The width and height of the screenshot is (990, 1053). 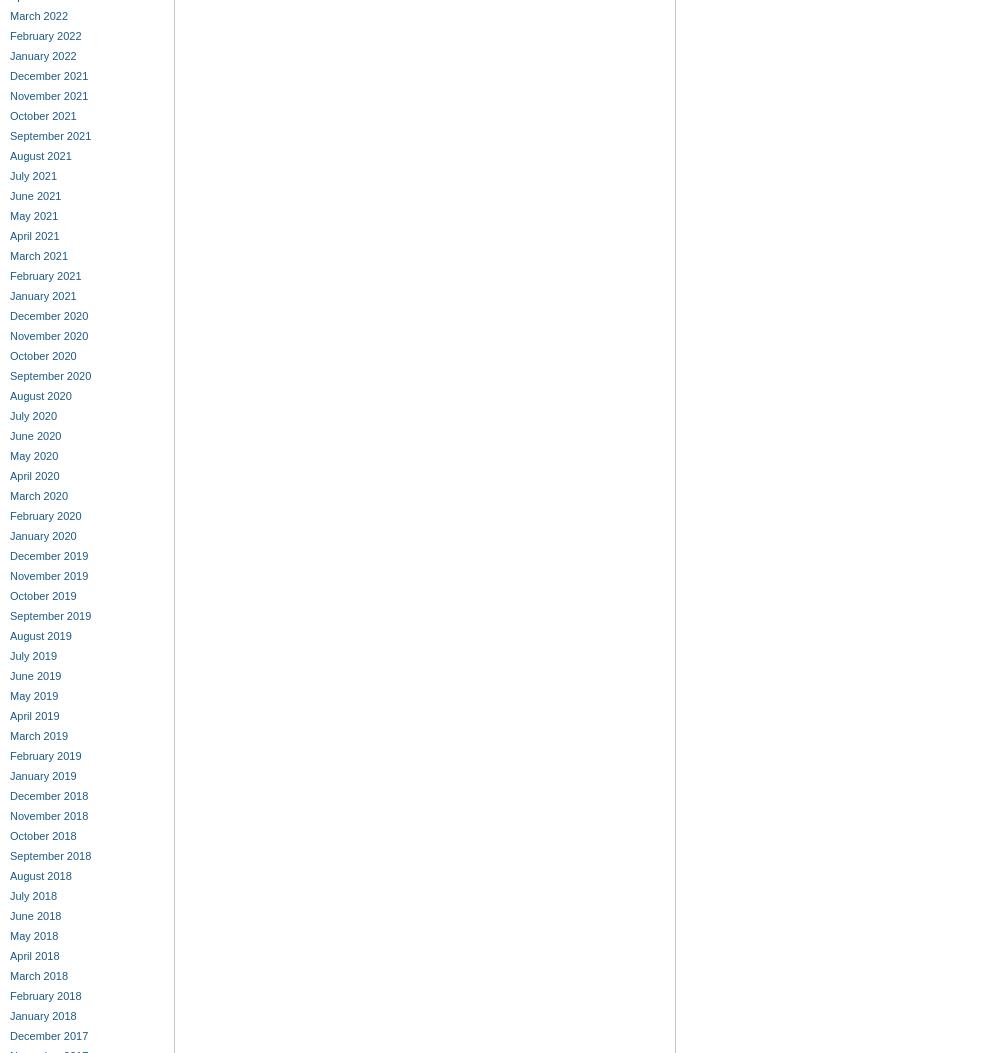 I want to click on 'September 2021', so click(x=49, y=136).